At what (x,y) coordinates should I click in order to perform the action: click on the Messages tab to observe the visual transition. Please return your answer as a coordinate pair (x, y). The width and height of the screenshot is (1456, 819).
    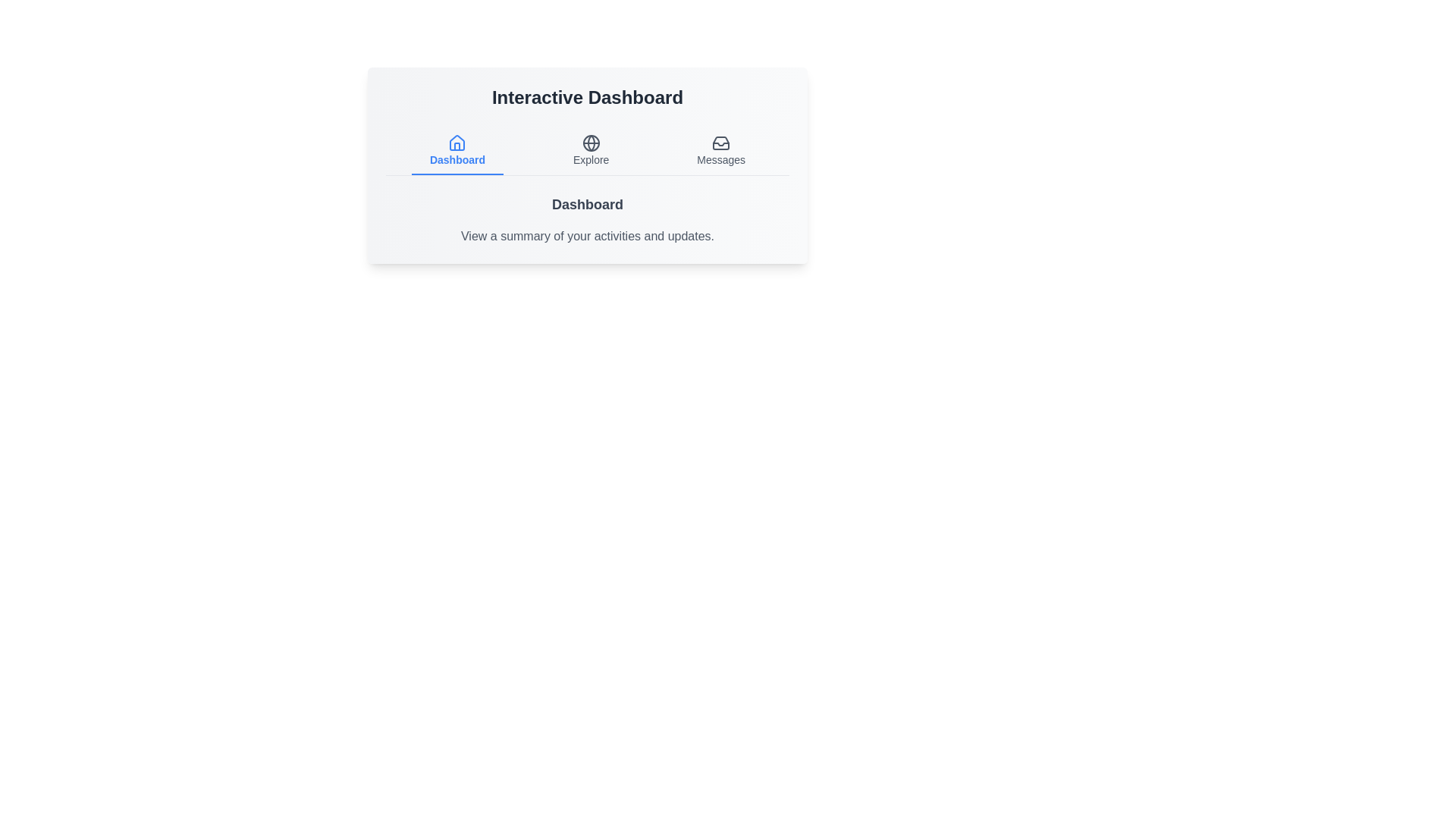
    Looking at the image, I should click on (720, 152).